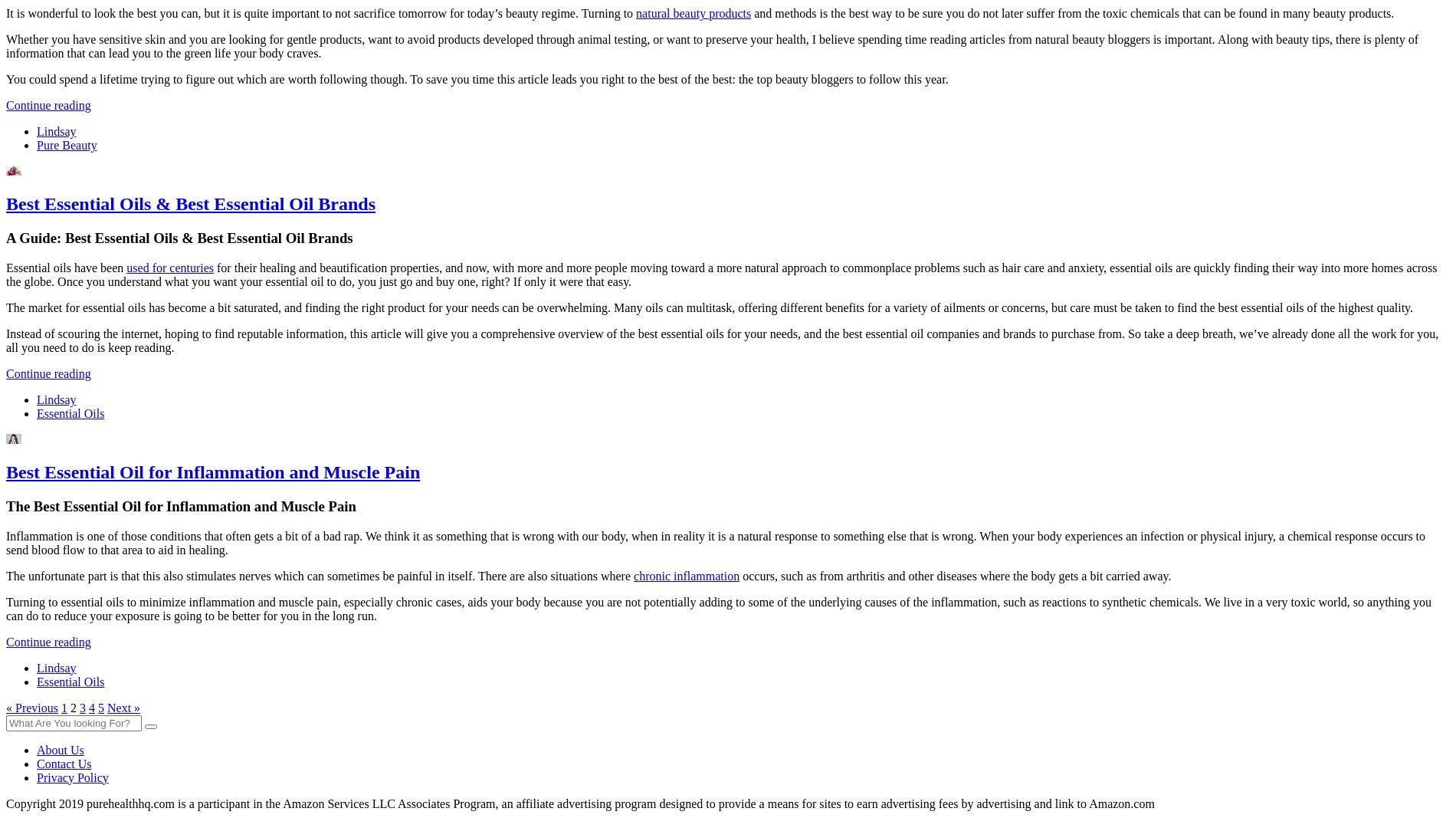 This screenshot has height=818, width=1456. What do you see at coordinates (692, 12) in the screenshot?
I see `'natural beauty products'` at bounding box center [692, 12].